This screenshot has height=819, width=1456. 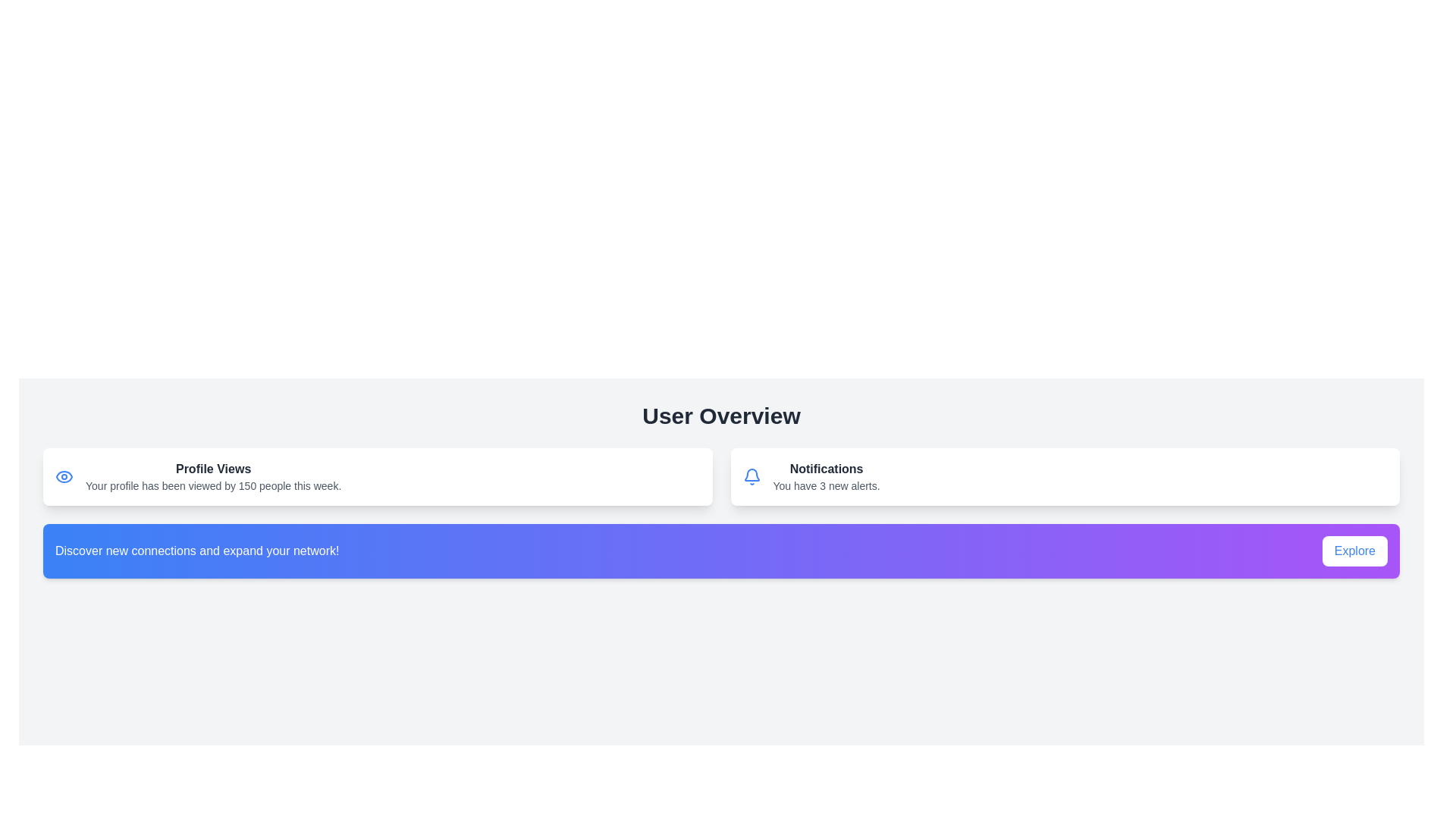 What do you see at coordinates (752, 474) in the screenshot?
I see `the bell-like notification icon located at the center of the top-right notification card in the User Overview interface` at bounding box center [752, 474].